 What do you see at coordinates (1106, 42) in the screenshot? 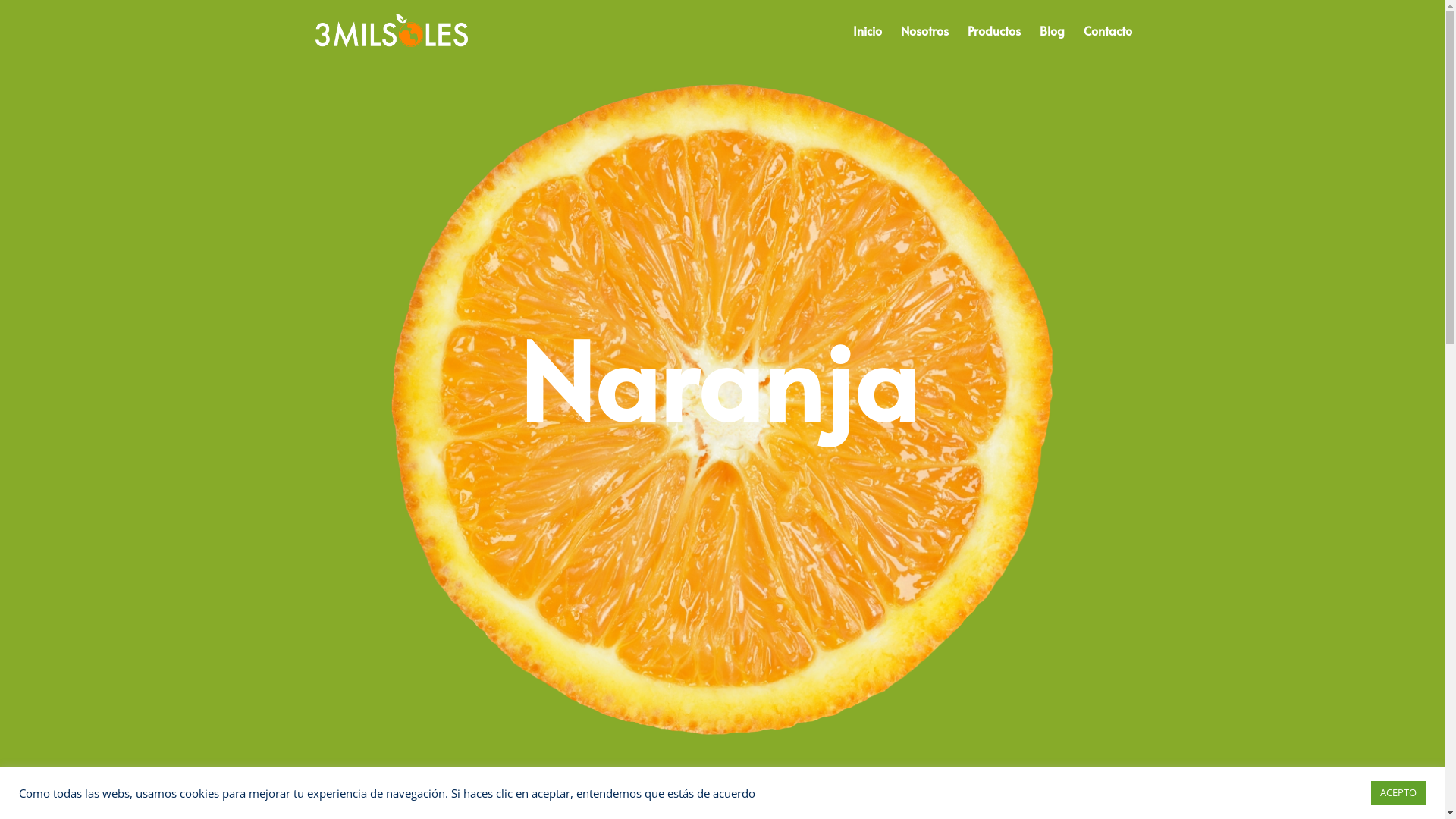
I see `'Contacto'` at bounding box center [1106, 42].